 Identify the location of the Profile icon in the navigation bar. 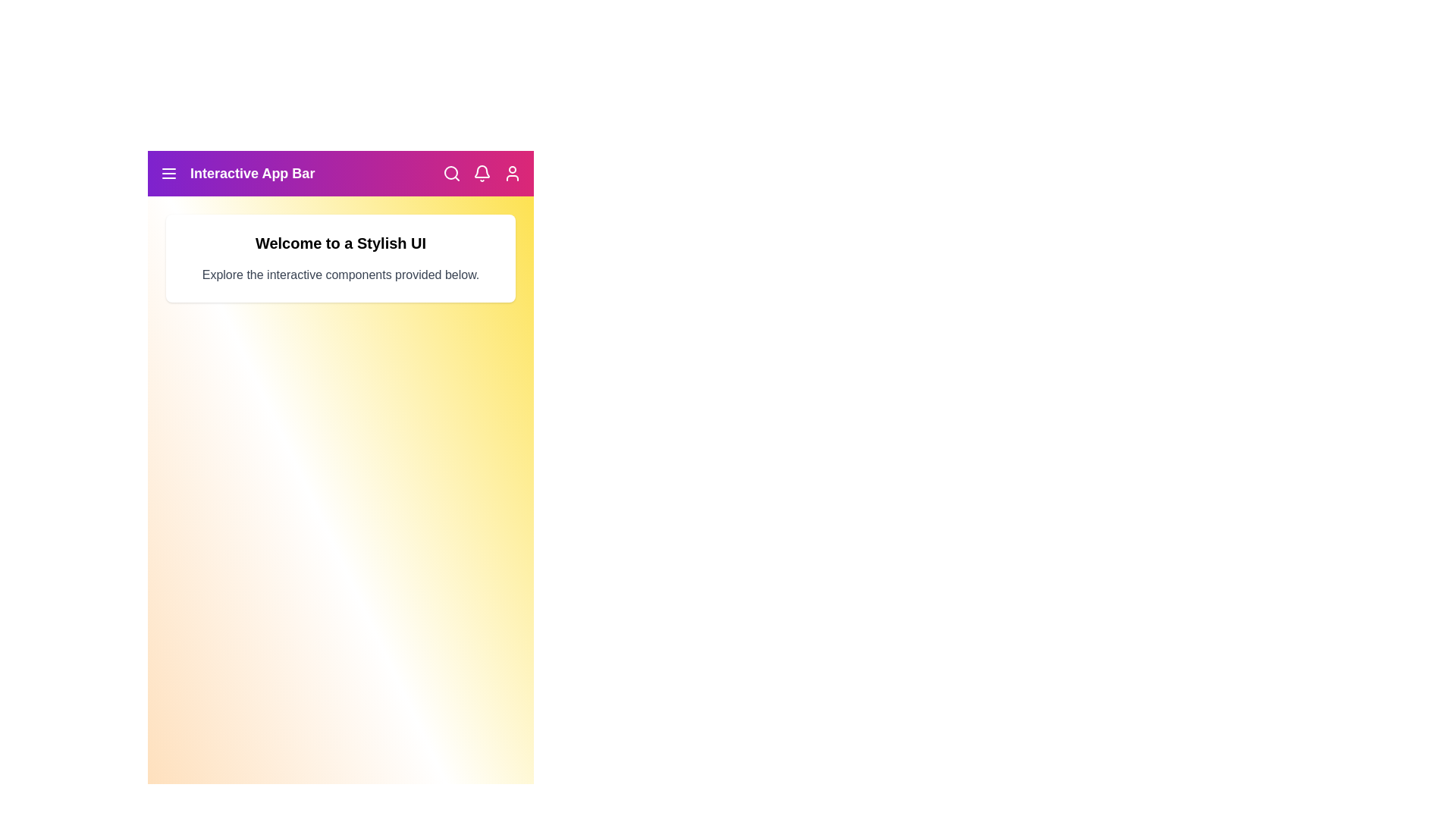
(513, 172).